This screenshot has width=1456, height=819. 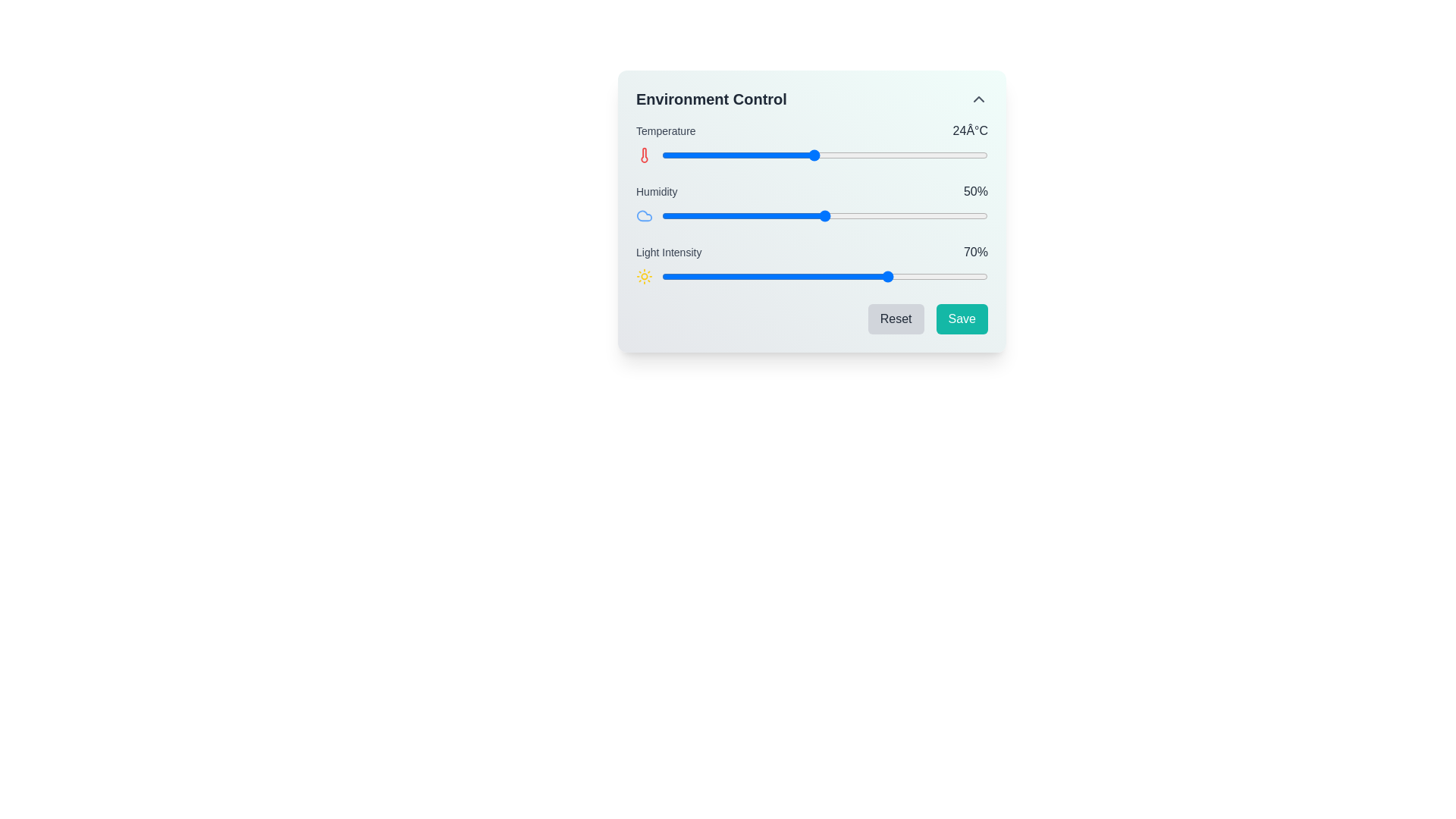 What do you see at coordinates (975, 251) in the screenshot?
I see `the percentage value '70%' text label, which is styled with bold text in dark gray, located to the right of the 'Light Intensity' label in the third row under the 'Humidity' slider section` at bounding box center [975, 251].